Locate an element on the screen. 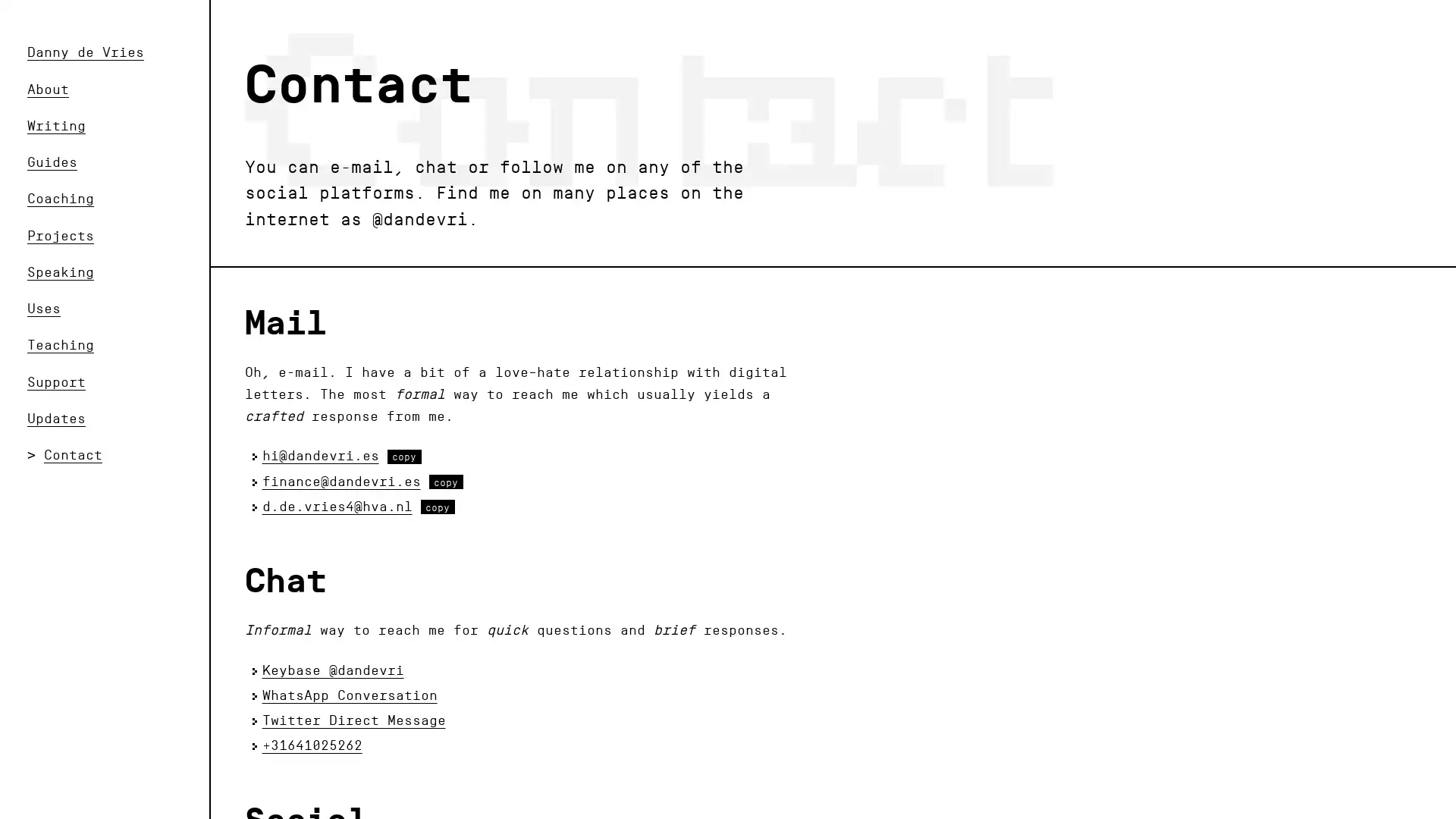 The width and height of the screenshot is (1456, 819). copy is located at coordinates (403, 455).